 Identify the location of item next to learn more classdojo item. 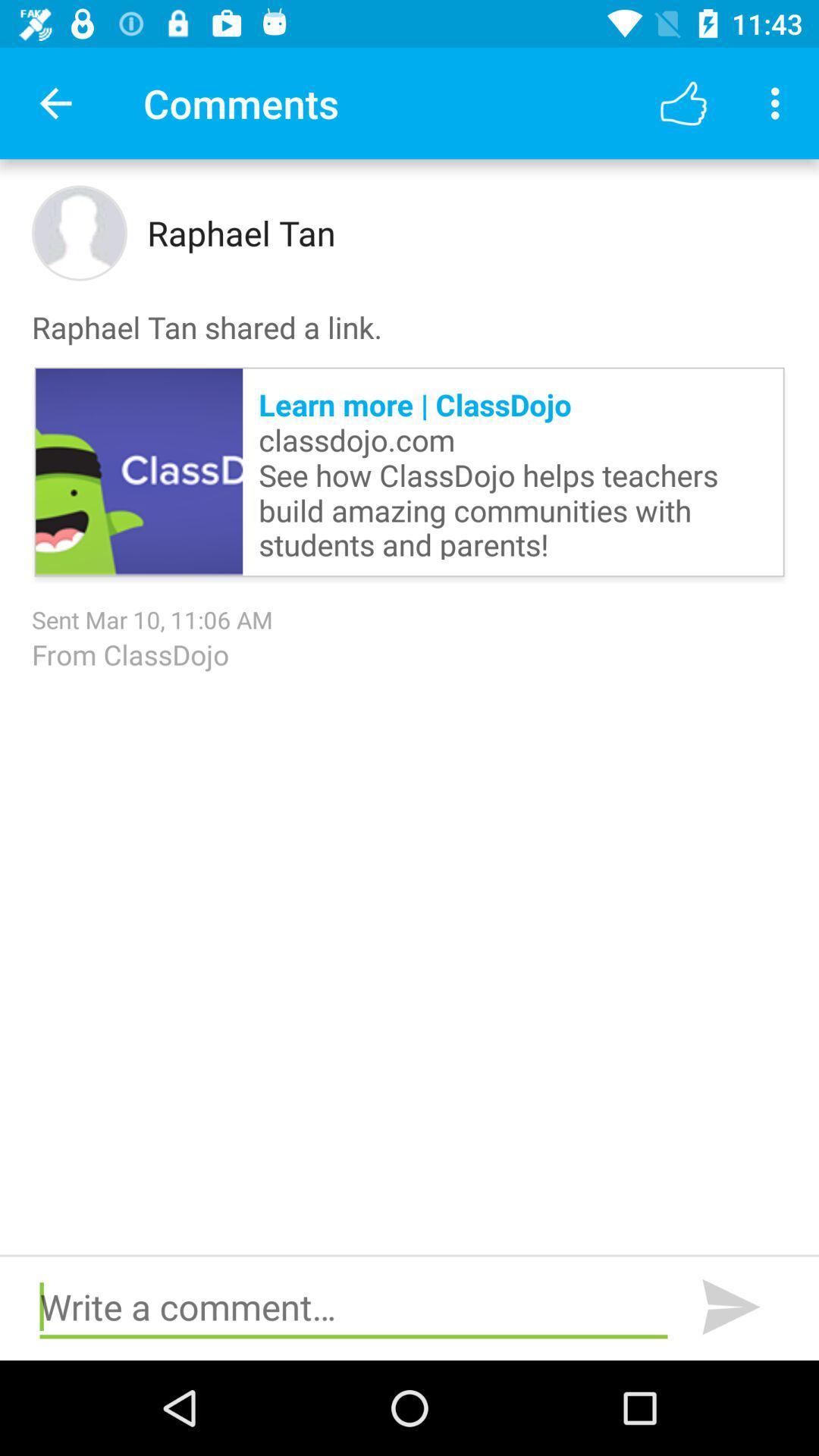
(139, 471).